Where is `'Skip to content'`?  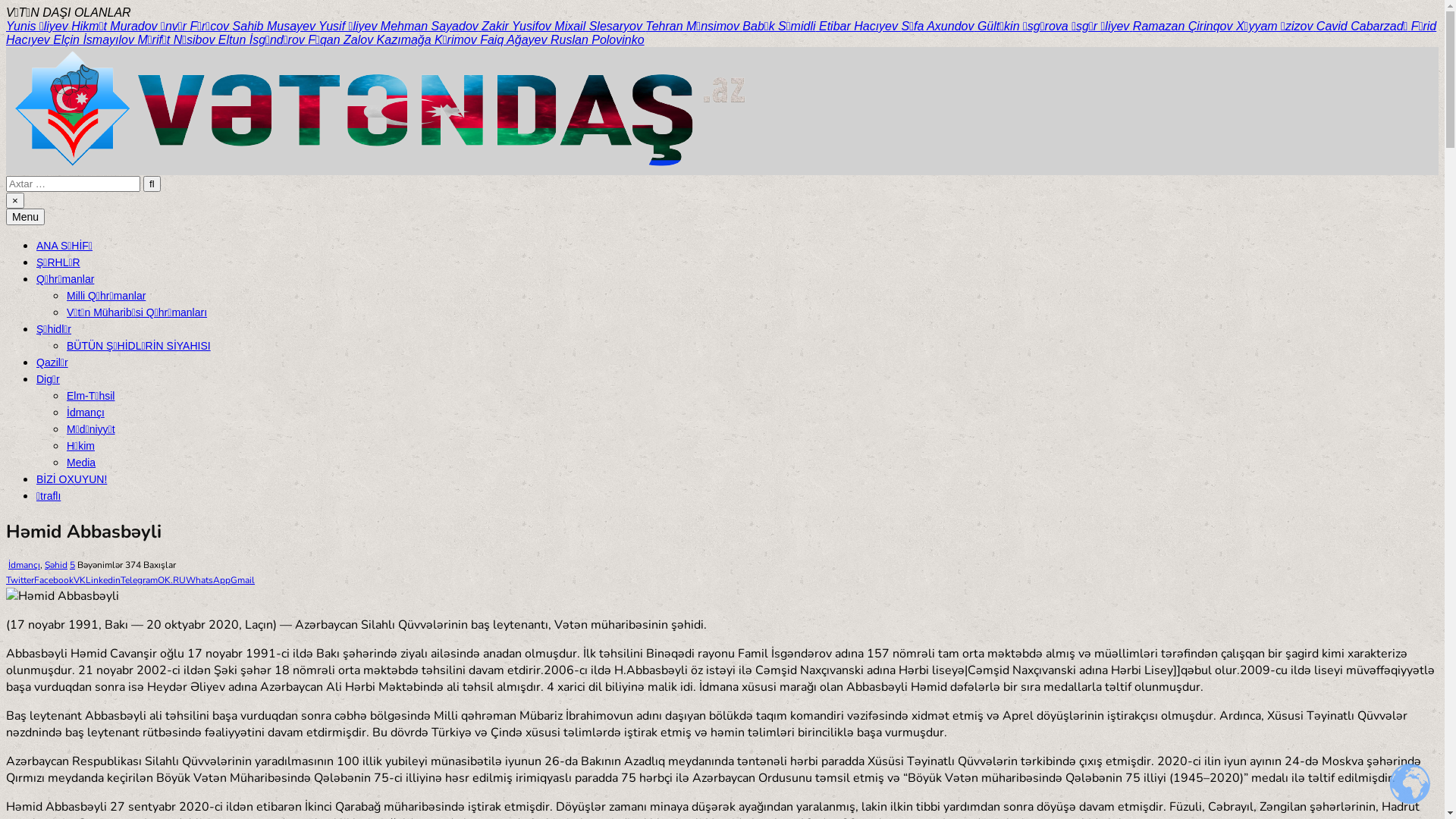
'Skip to content' is located at coordinates (5, 5).